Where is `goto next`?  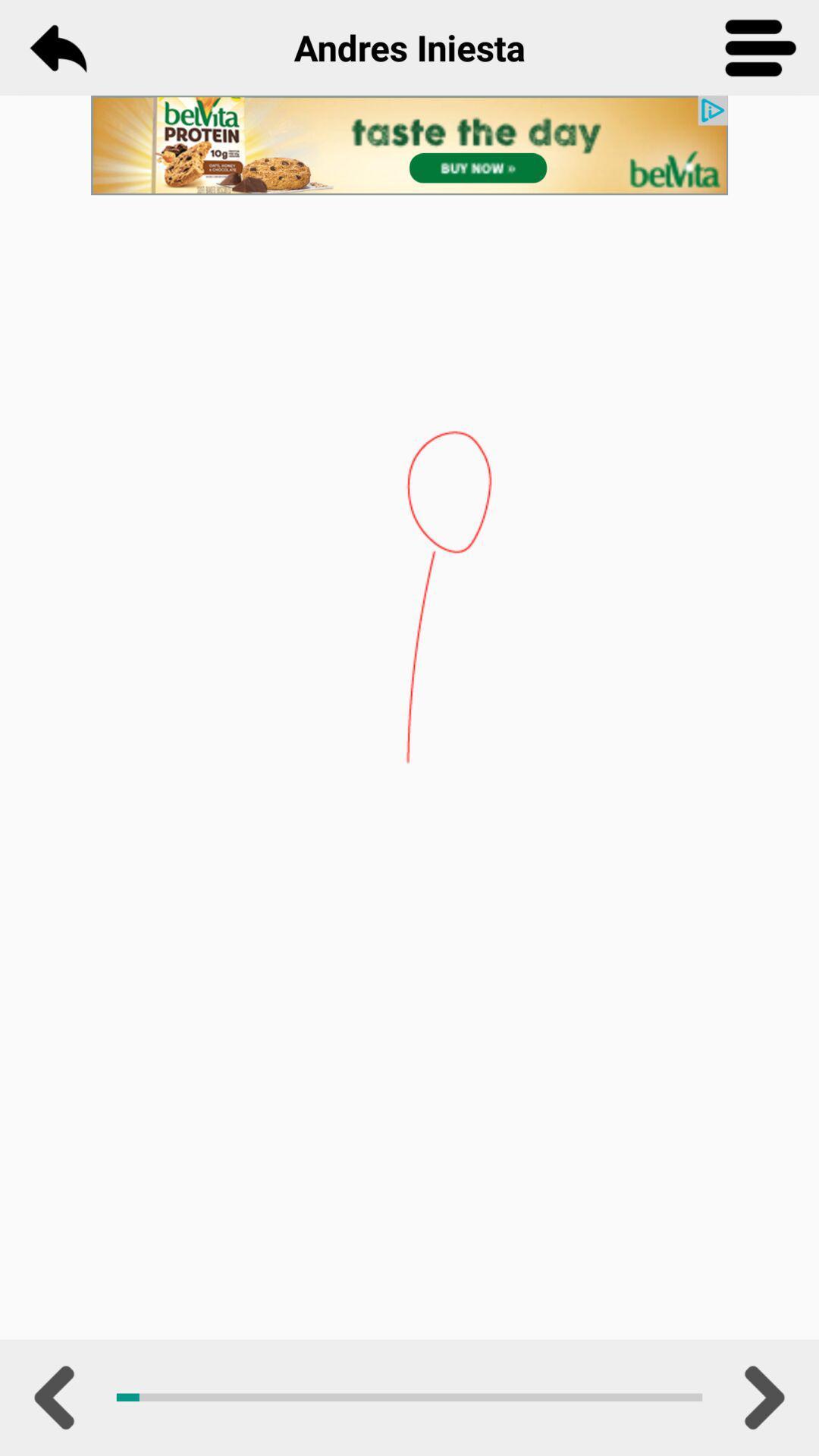
goto next is located at coordinates (761, 1397).